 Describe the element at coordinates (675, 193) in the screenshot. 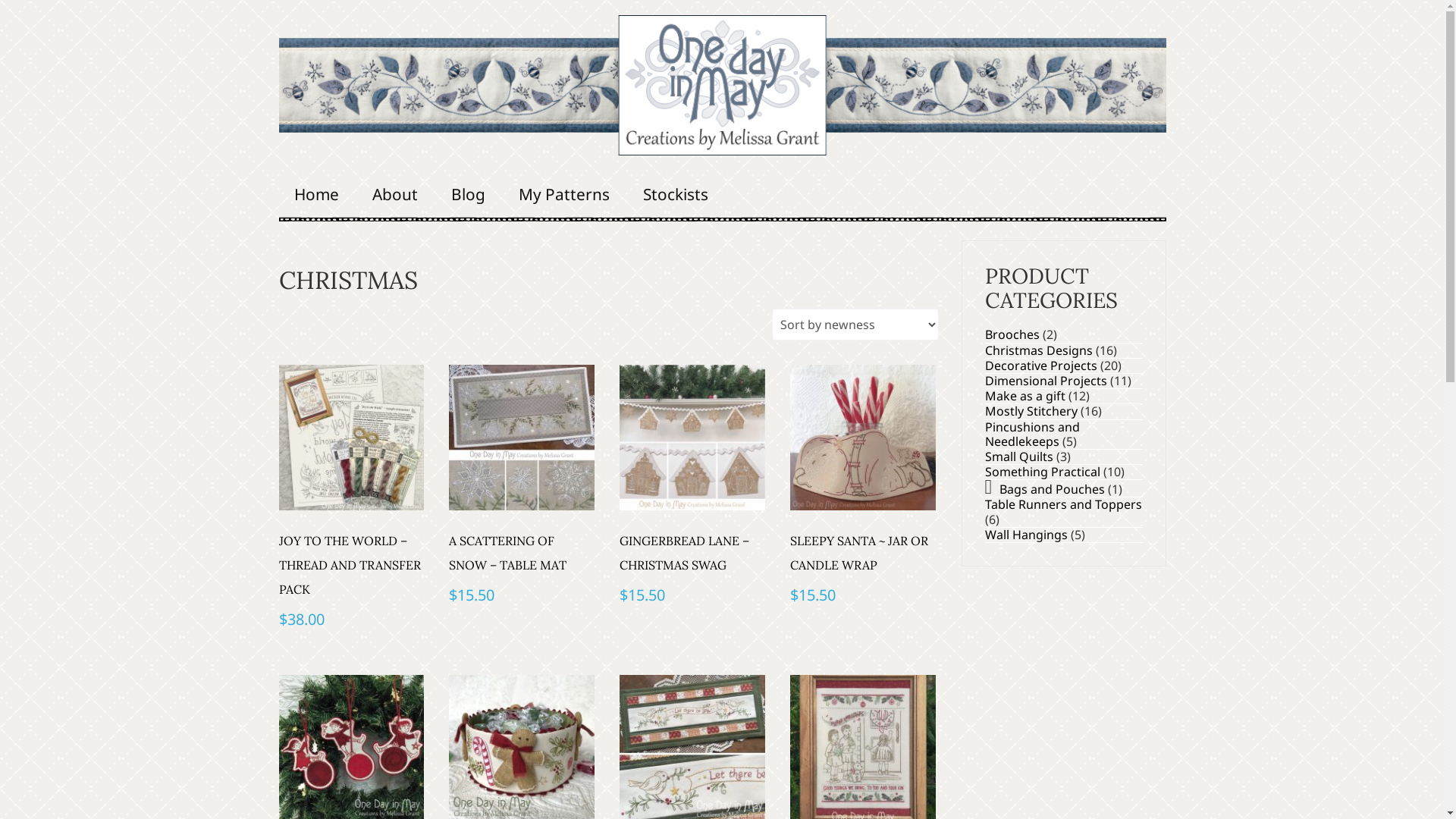

I see `'Stockists'` at that location.